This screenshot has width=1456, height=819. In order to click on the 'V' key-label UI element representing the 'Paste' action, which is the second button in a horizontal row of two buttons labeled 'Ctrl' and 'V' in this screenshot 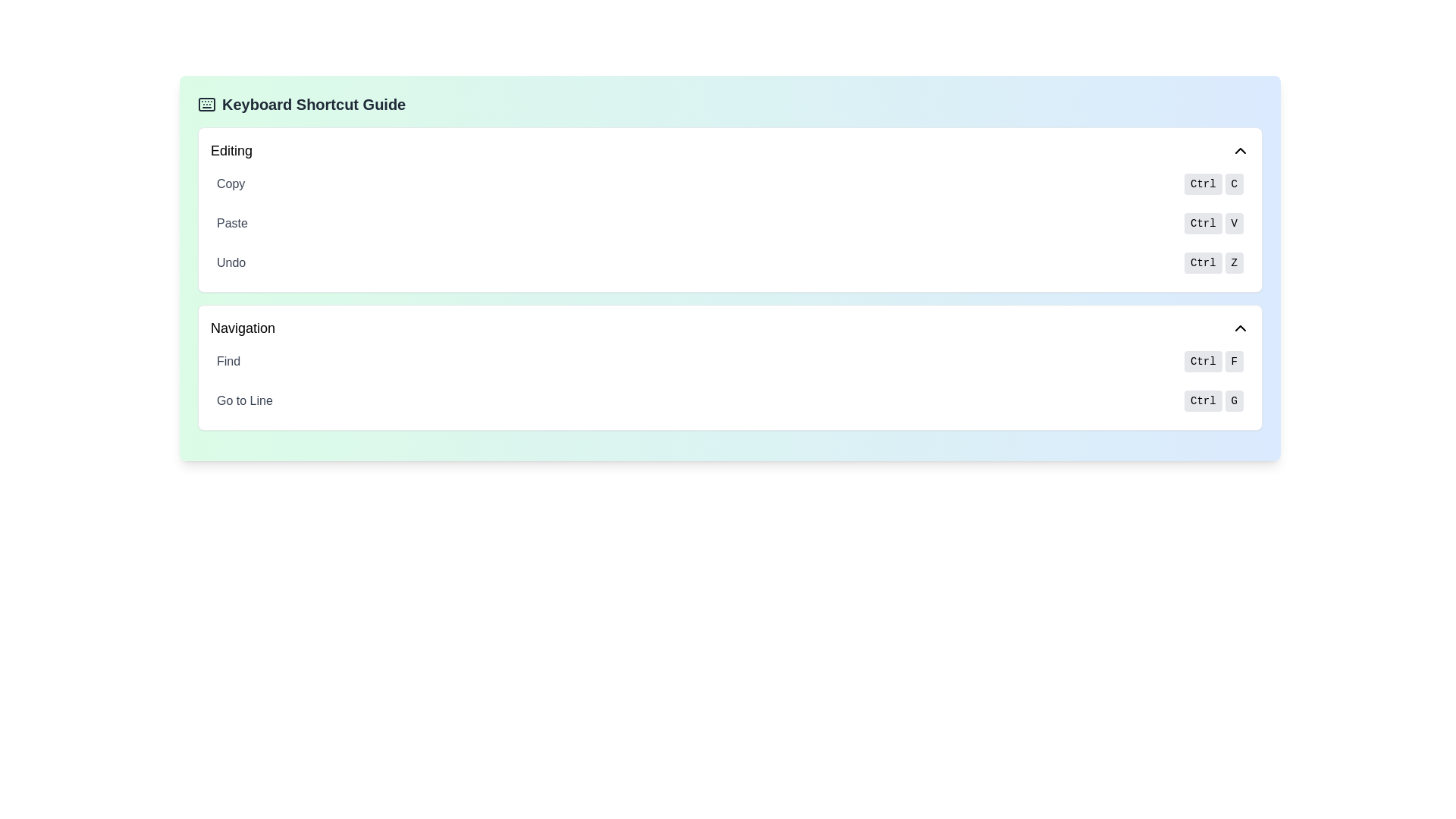, I will do `click(1234, 223)`.